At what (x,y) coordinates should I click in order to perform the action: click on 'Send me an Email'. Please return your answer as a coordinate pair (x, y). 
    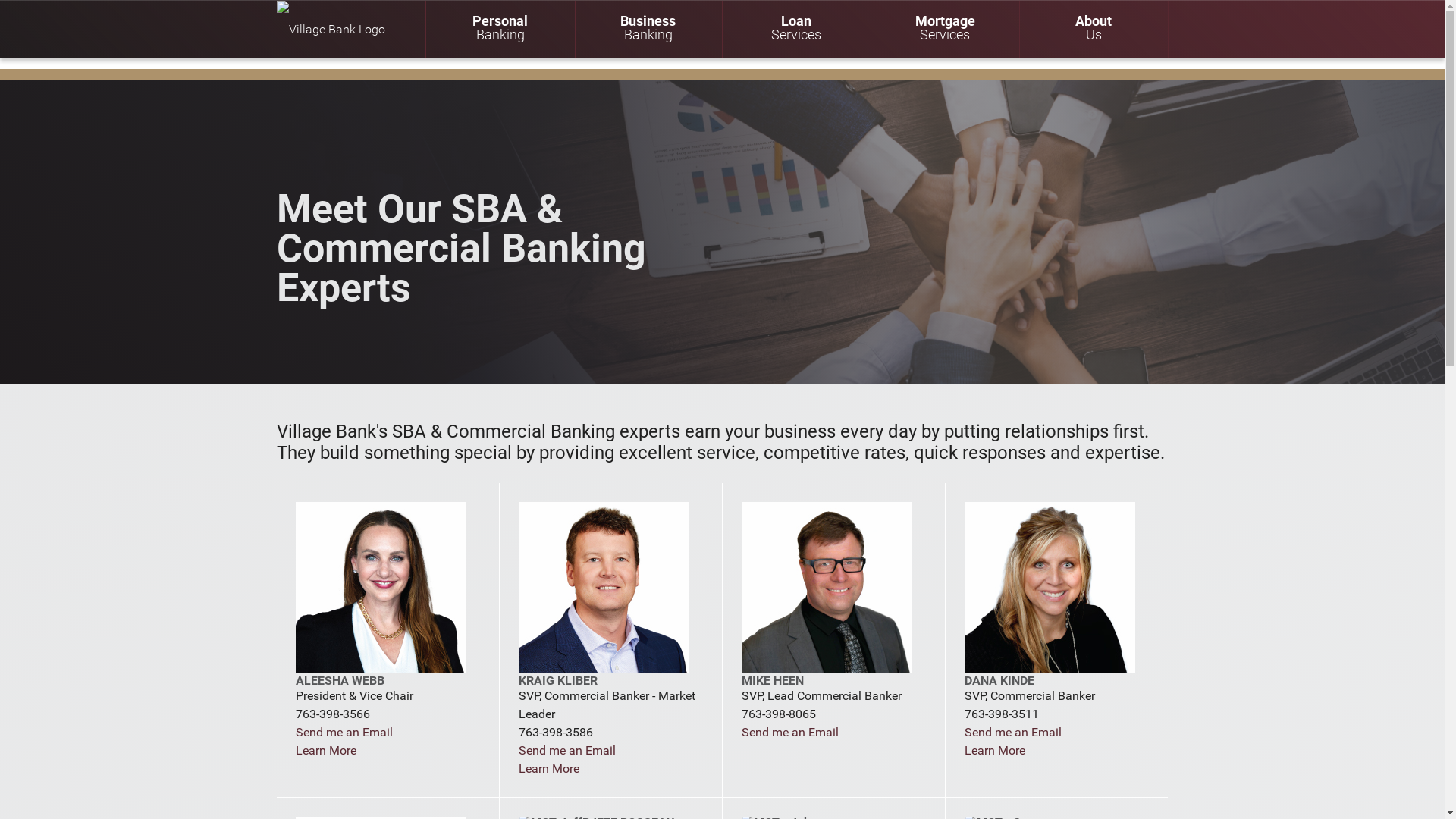
    Looking at the image, I should click on (789, 731).